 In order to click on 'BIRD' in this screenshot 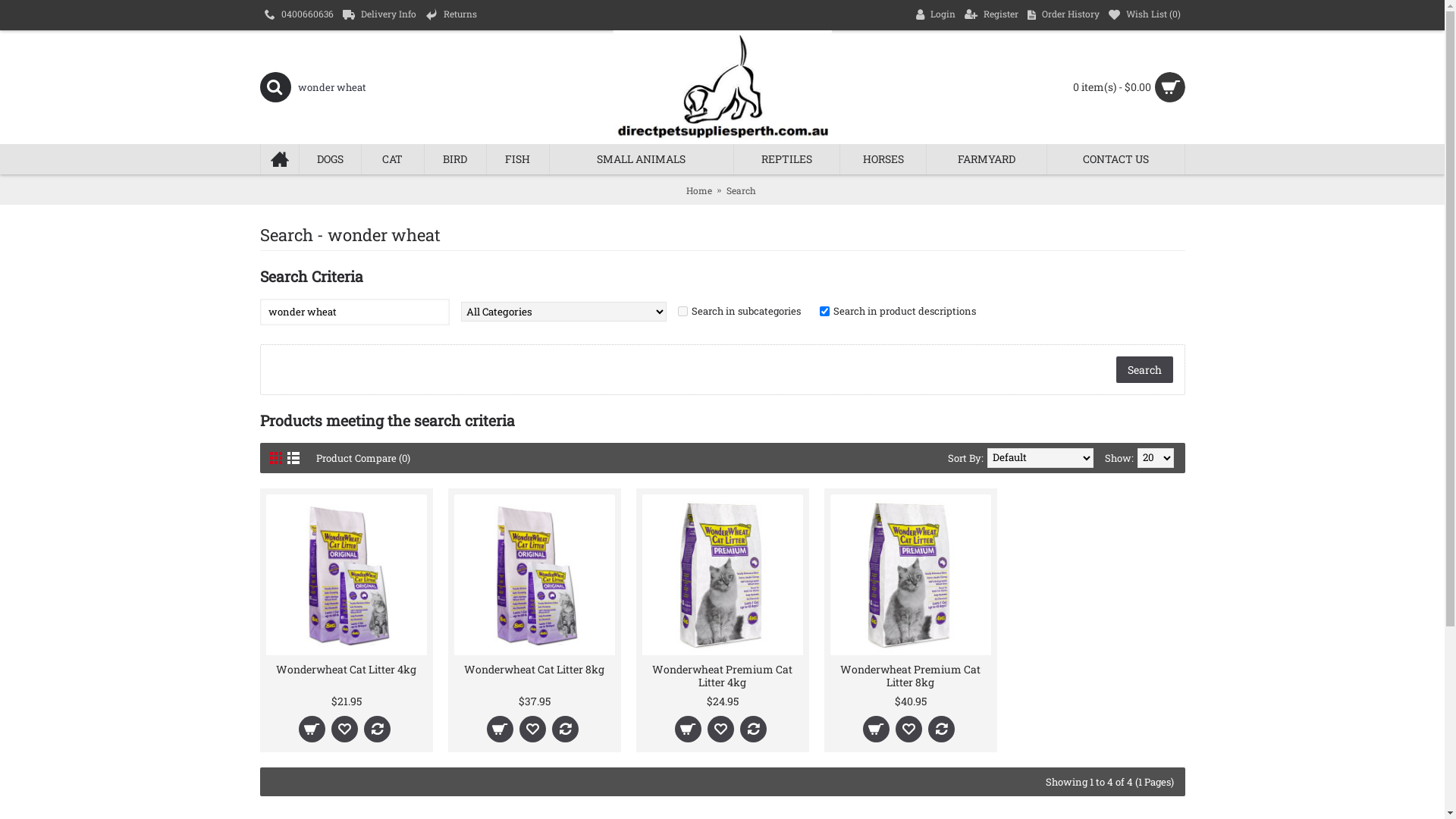, I will do `click(454, 158)`.